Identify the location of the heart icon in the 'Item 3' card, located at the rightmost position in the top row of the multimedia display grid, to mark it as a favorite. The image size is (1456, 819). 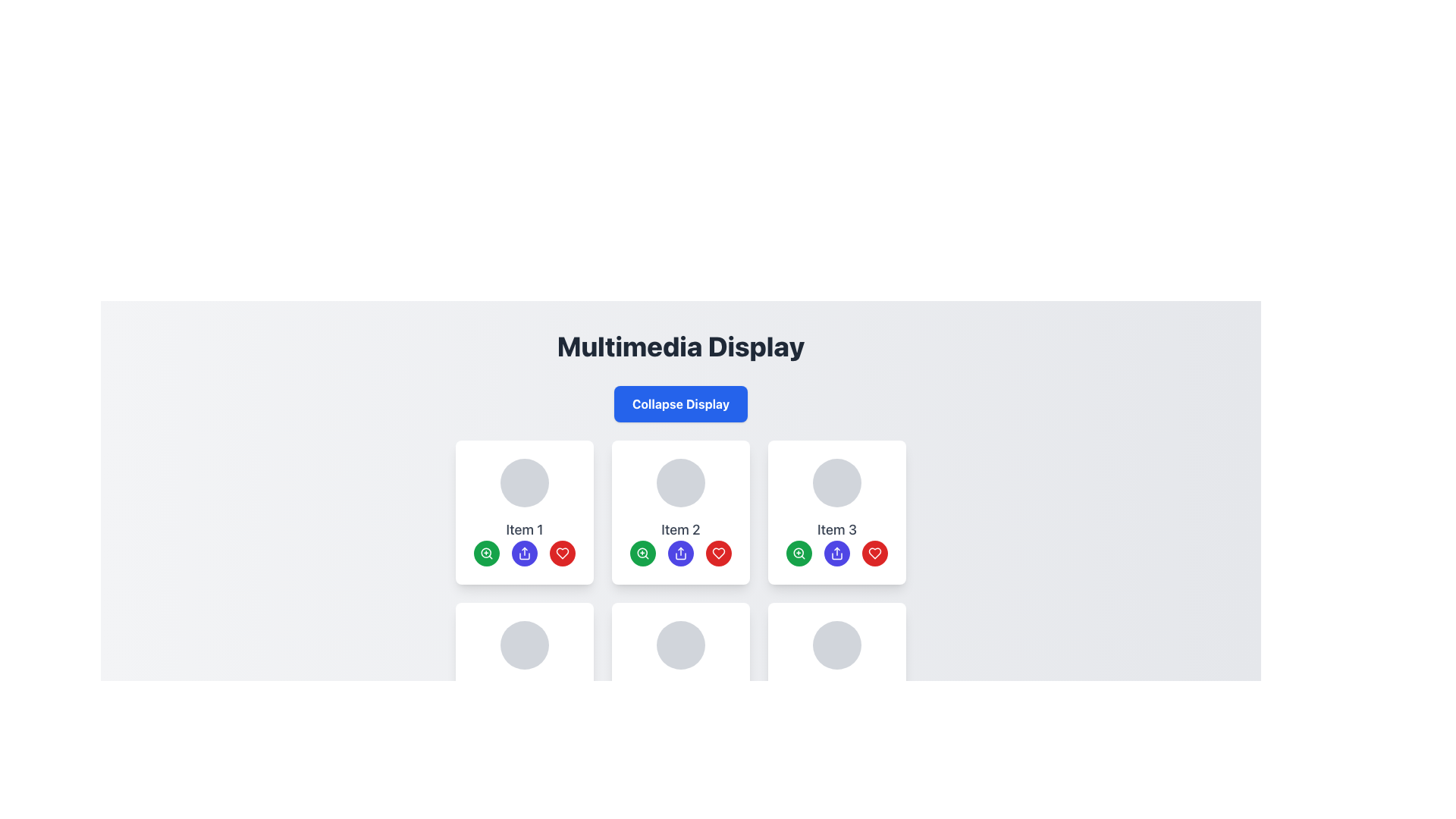
(718, 553).